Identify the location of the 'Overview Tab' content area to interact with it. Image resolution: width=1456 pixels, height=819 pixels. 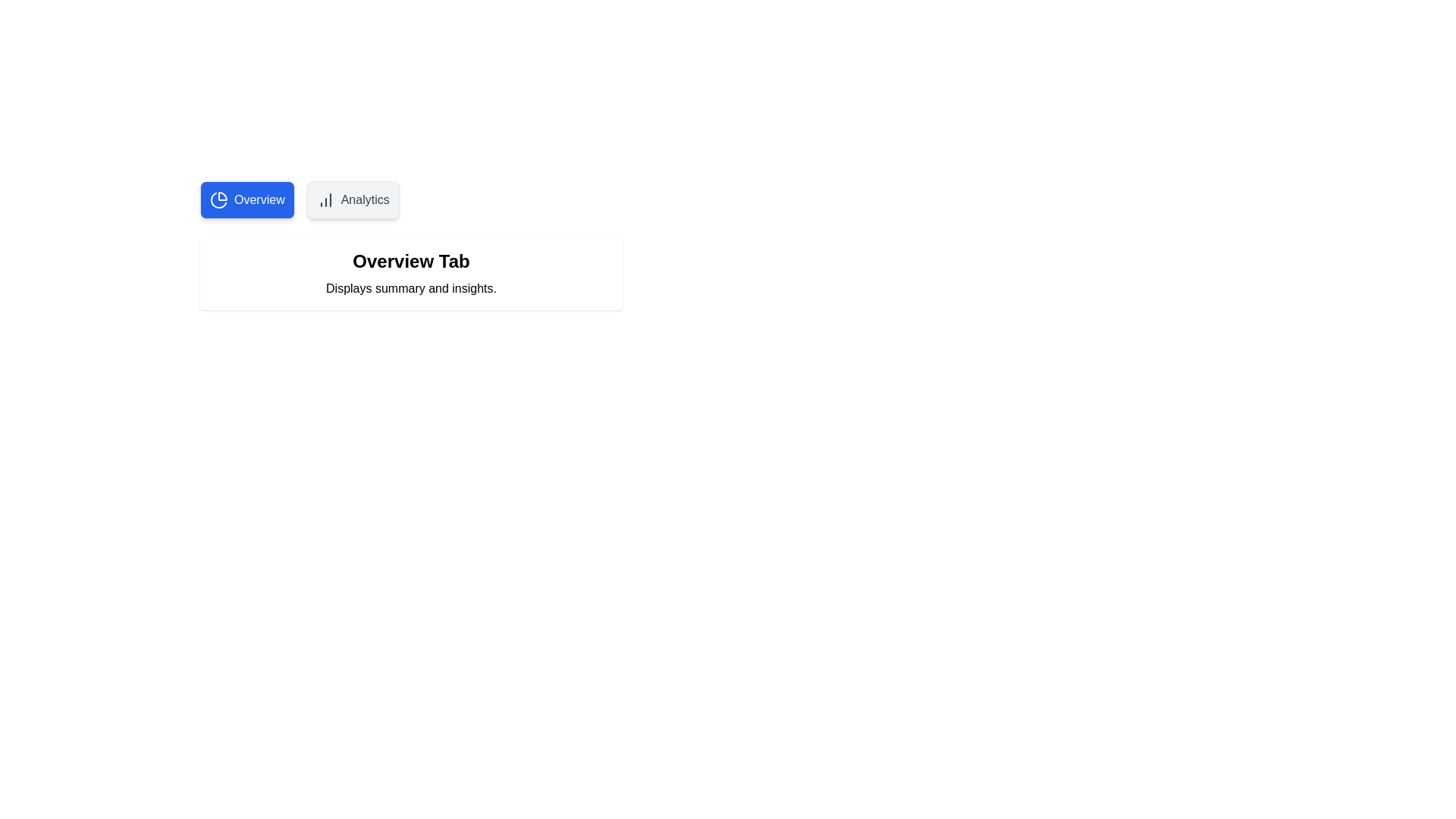
(411, 274).